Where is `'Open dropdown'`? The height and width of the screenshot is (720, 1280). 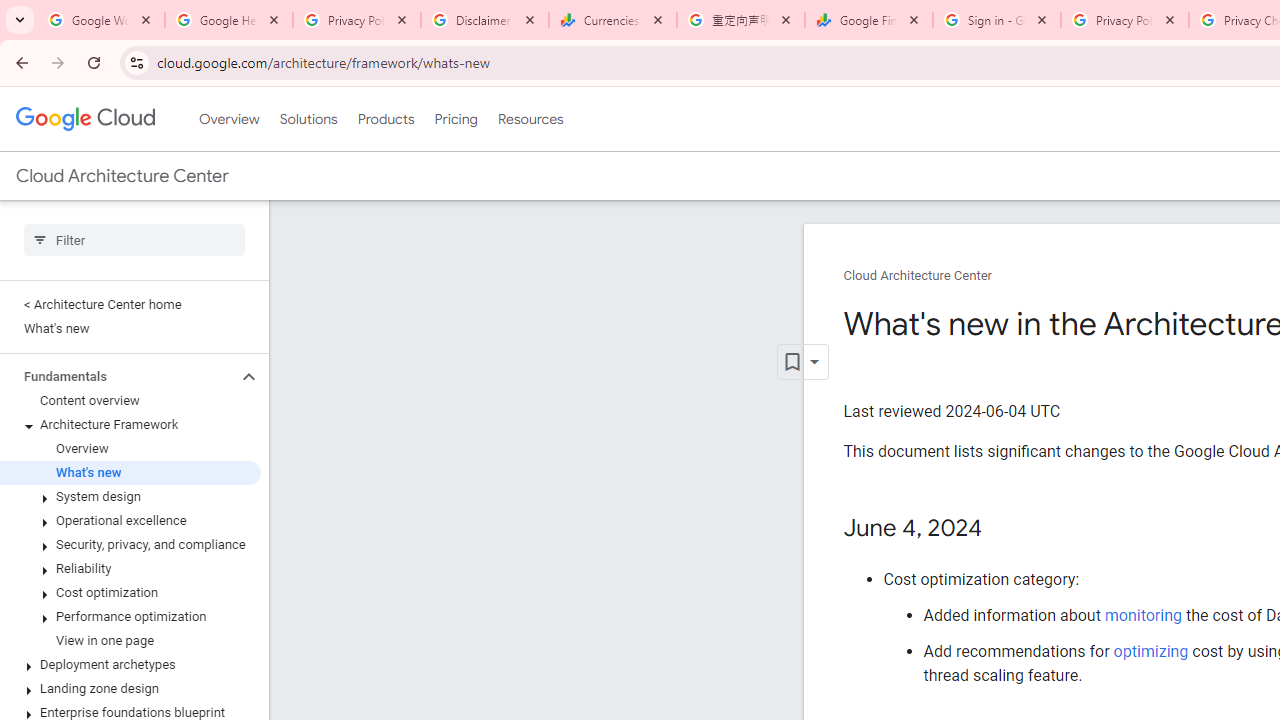 'Open dropdown' is located at coordinates (802, 362).